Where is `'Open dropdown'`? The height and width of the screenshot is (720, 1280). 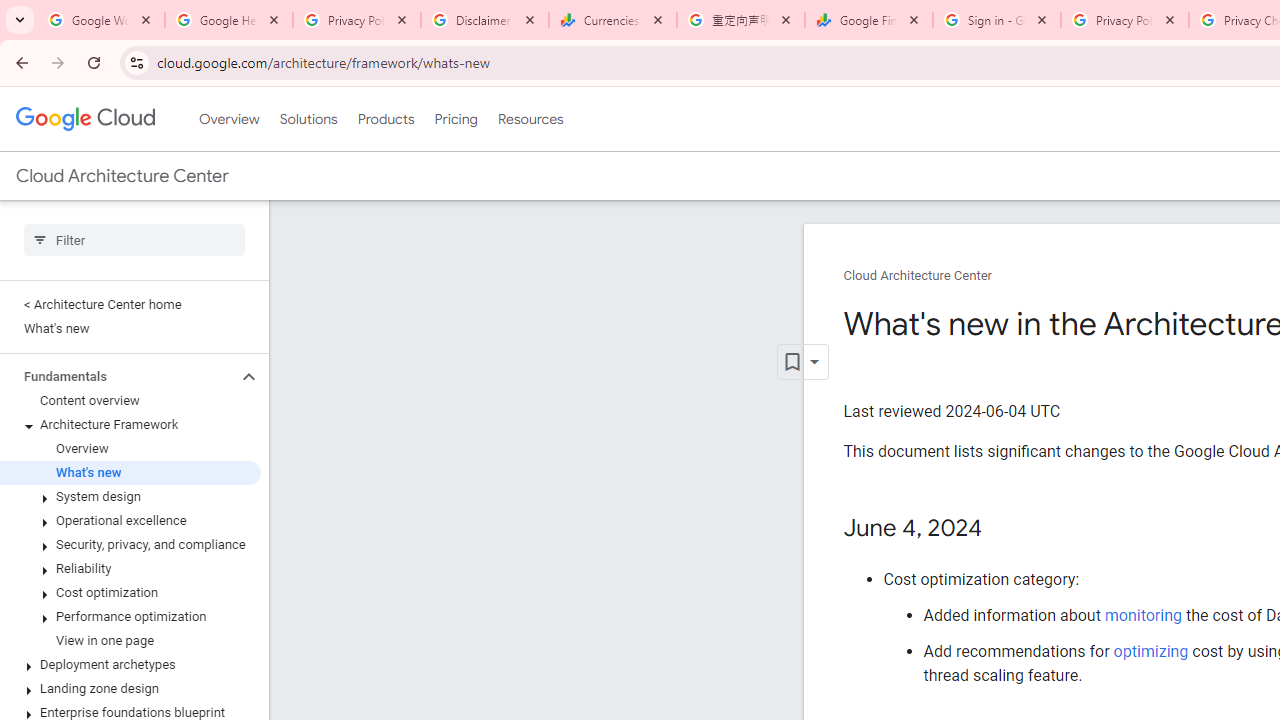 'Open dropdown' is located at coordinates (802, 362).